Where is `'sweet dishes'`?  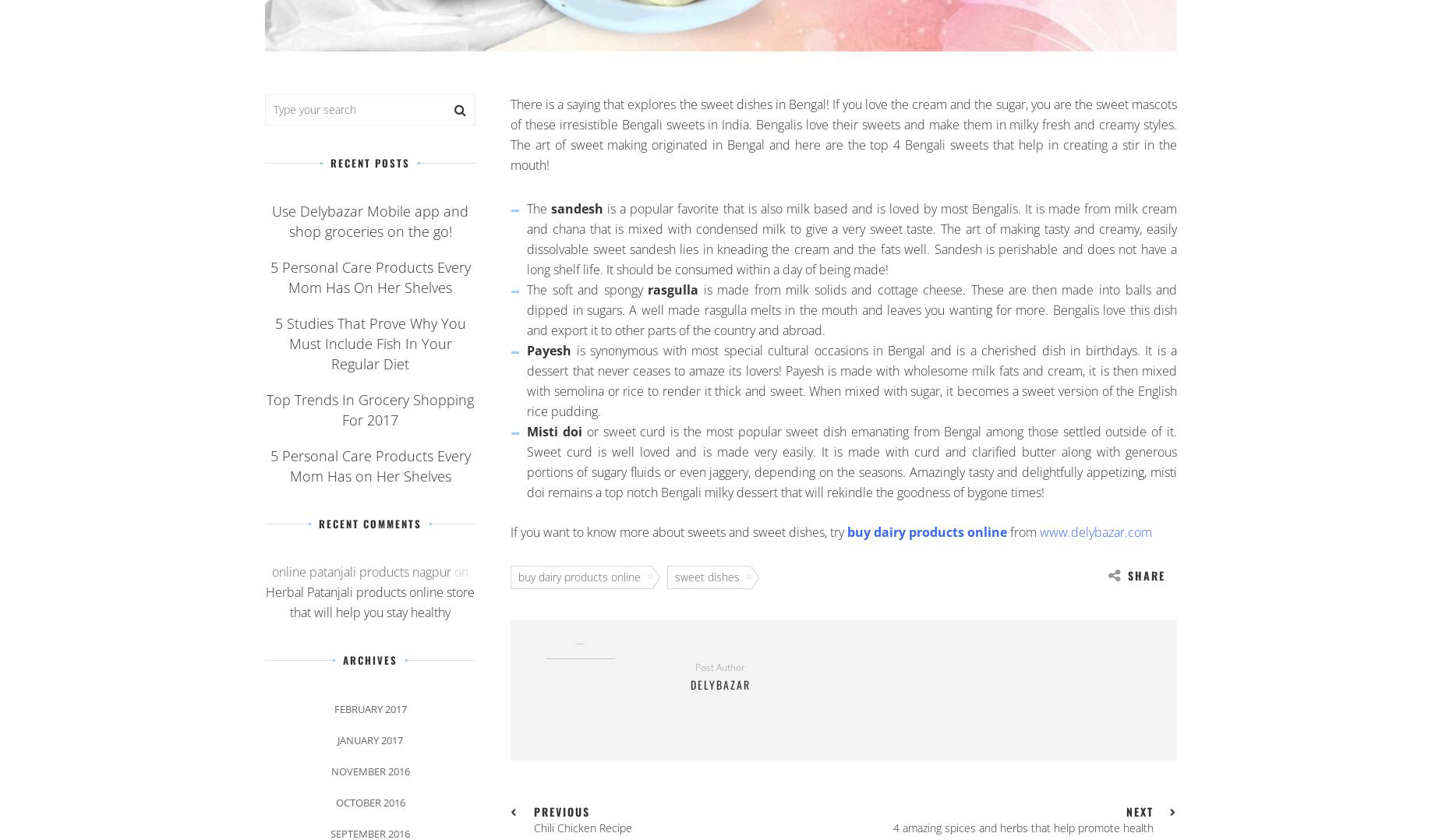
'sweet dishes' is located at coordinates (707, 577).